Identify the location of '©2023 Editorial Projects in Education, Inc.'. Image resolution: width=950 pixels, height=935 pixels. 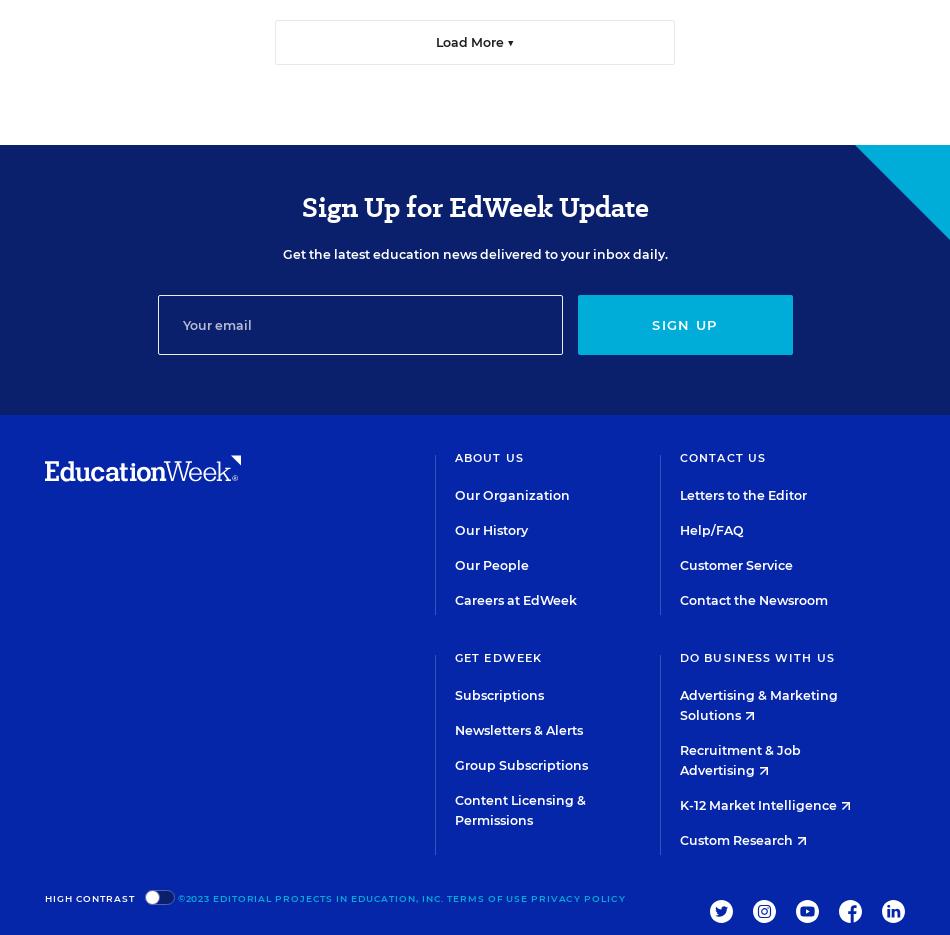
(309, 897).